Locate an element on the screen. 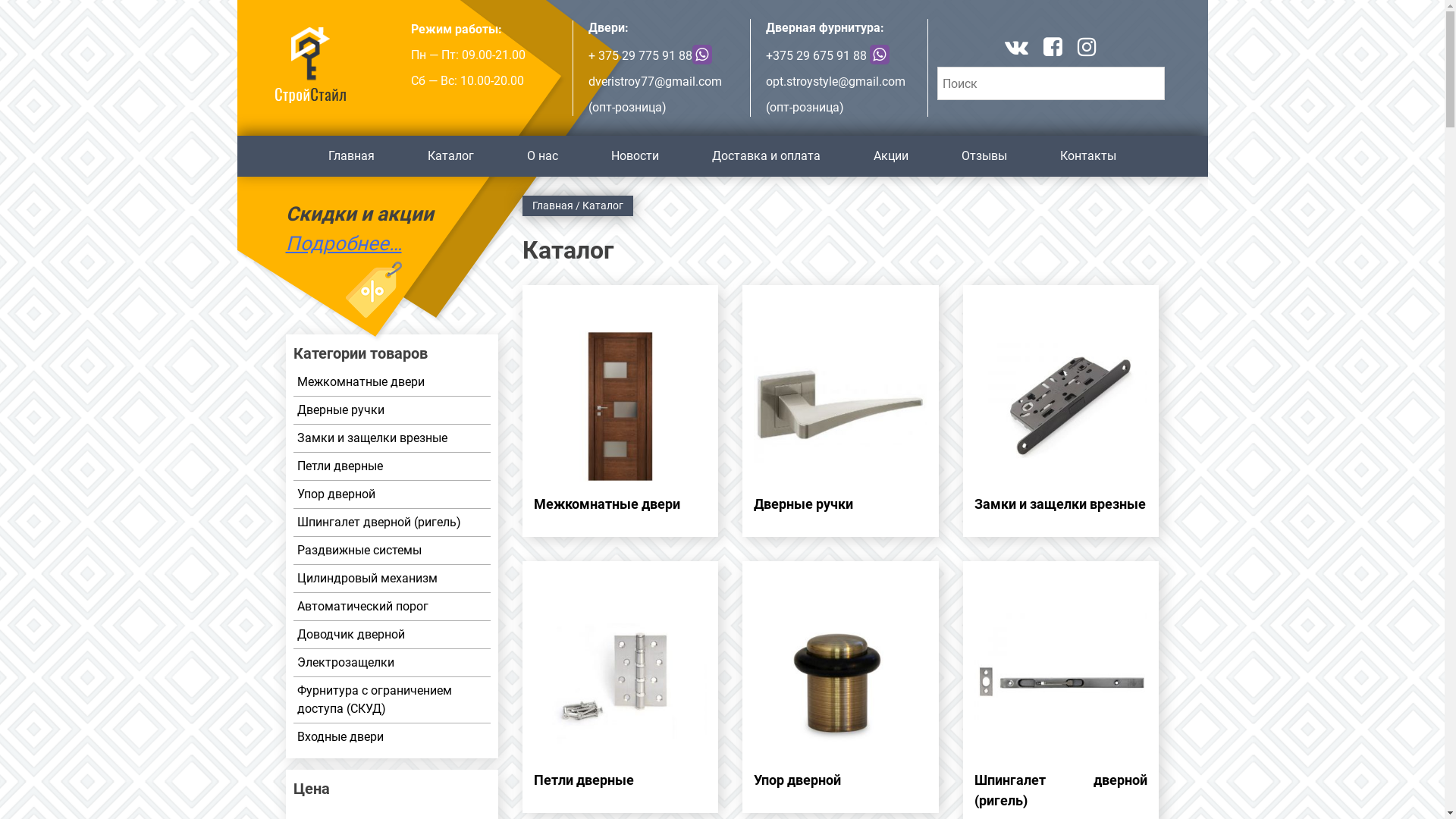 This screenshot has width=1456, height=819. 'Facebook' is located at coordinates (1052, 49).